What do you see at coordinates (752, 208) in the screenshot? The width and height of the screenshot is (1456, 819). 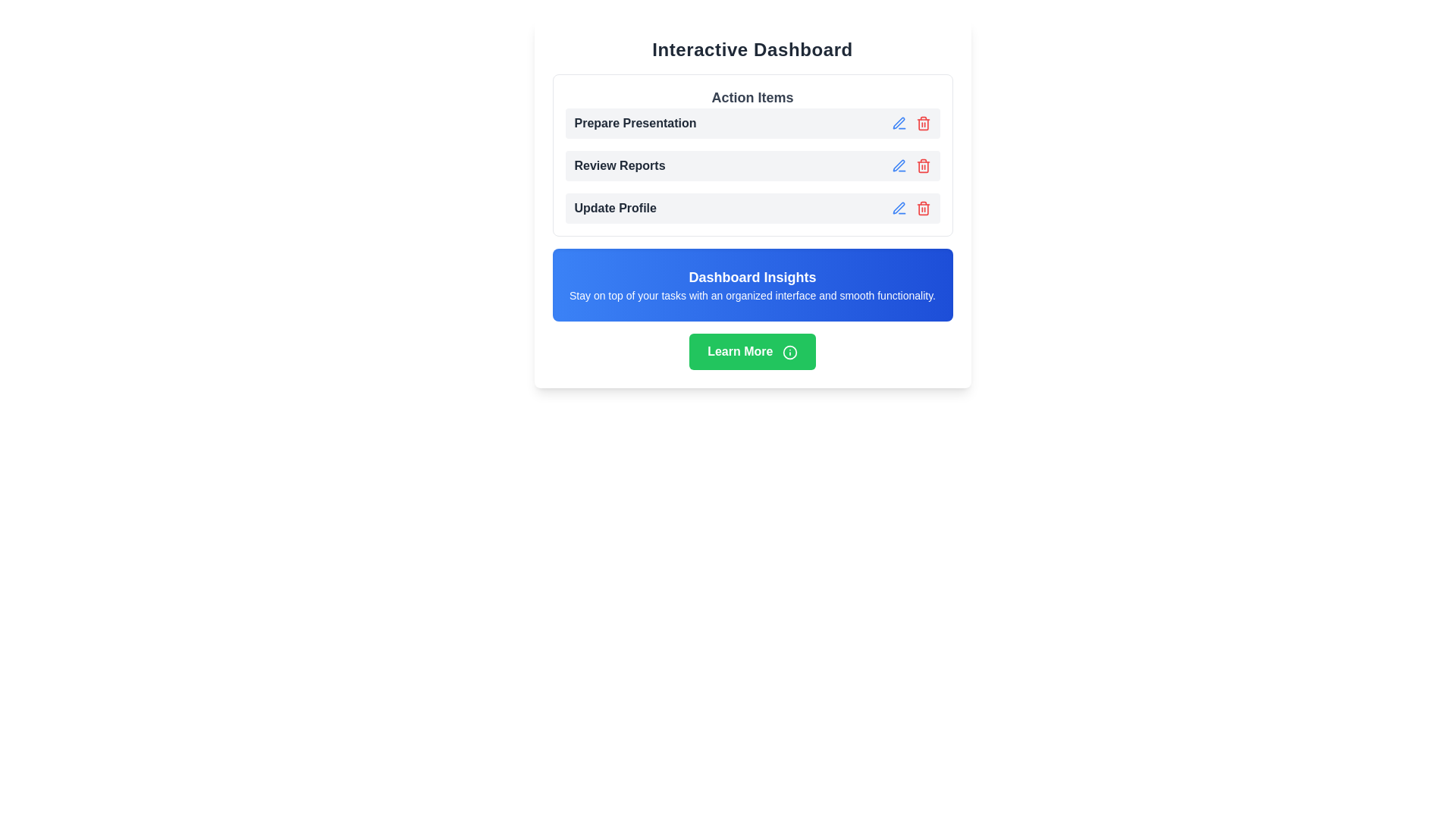 I see `the 'Update Profile' action item in the action list` at bounding box center [752, 208].